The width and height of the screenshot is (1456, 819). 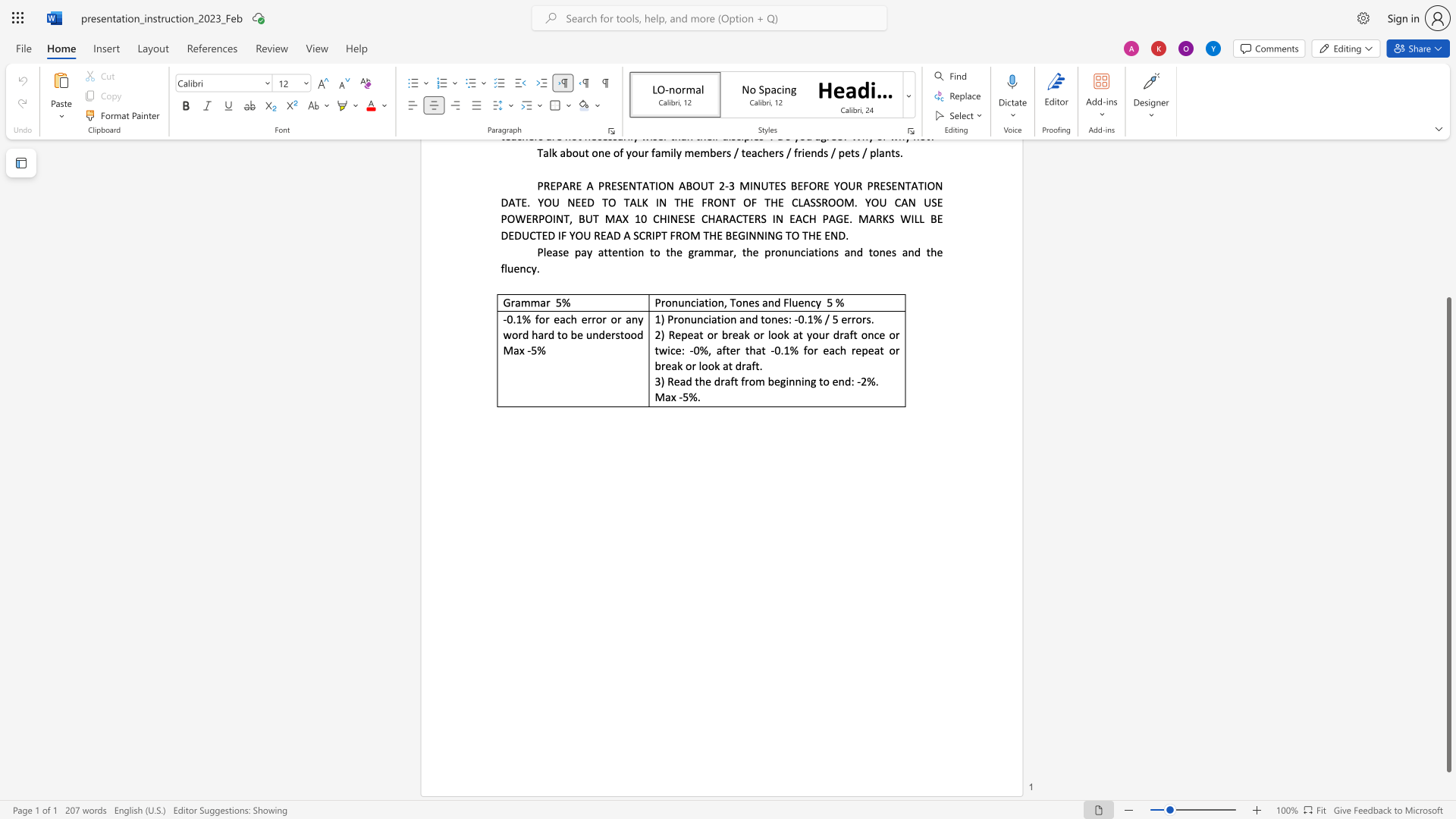 What do you see at coordinates (1448, 281) in the screenshot?
I see `the scrollbar on the right to shift the page higher` at bounding box center [1448, 281].